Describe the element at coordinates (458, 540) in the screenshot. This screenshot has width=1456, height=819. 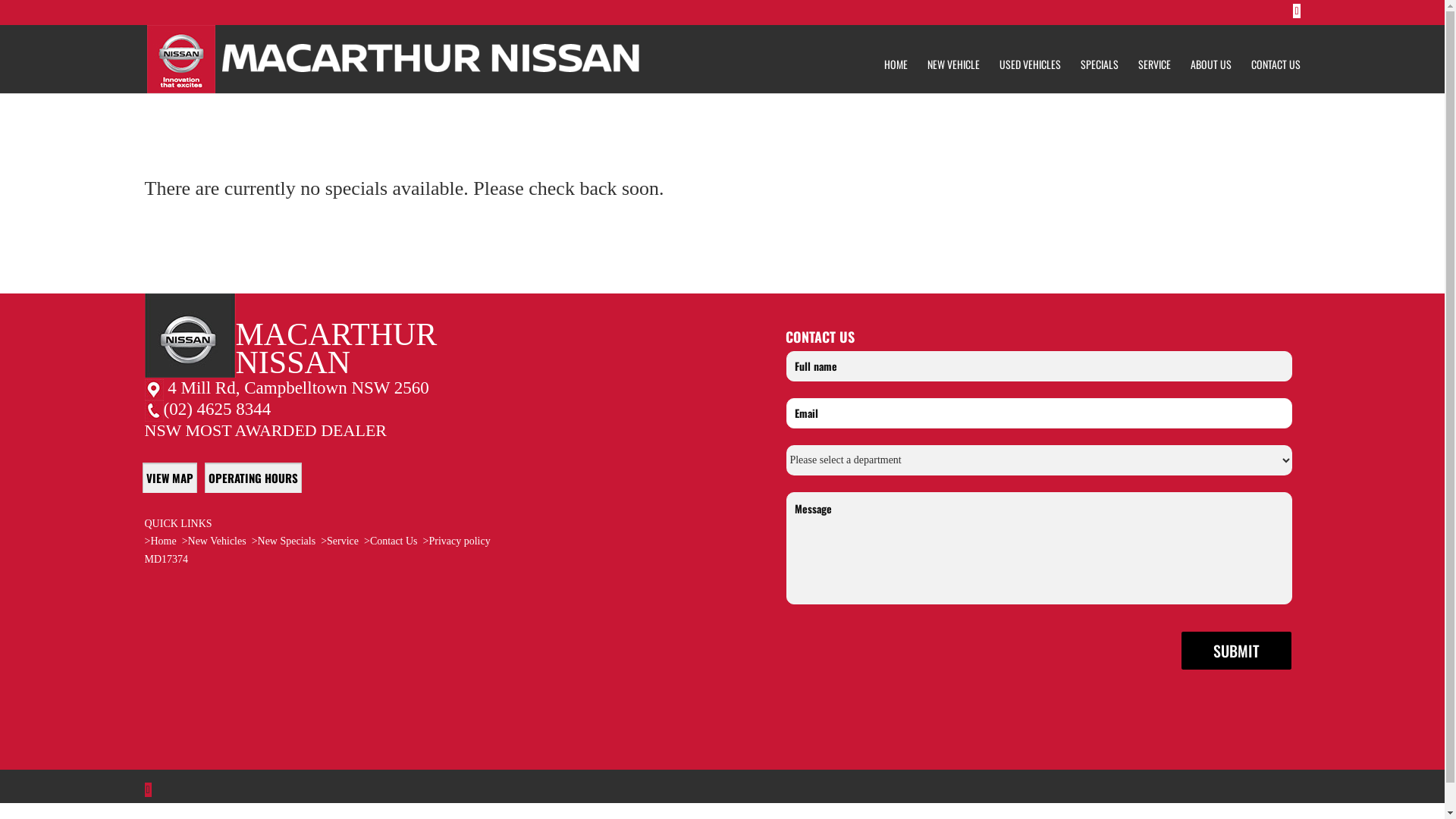
I see `'Privacy policy'` at that location.